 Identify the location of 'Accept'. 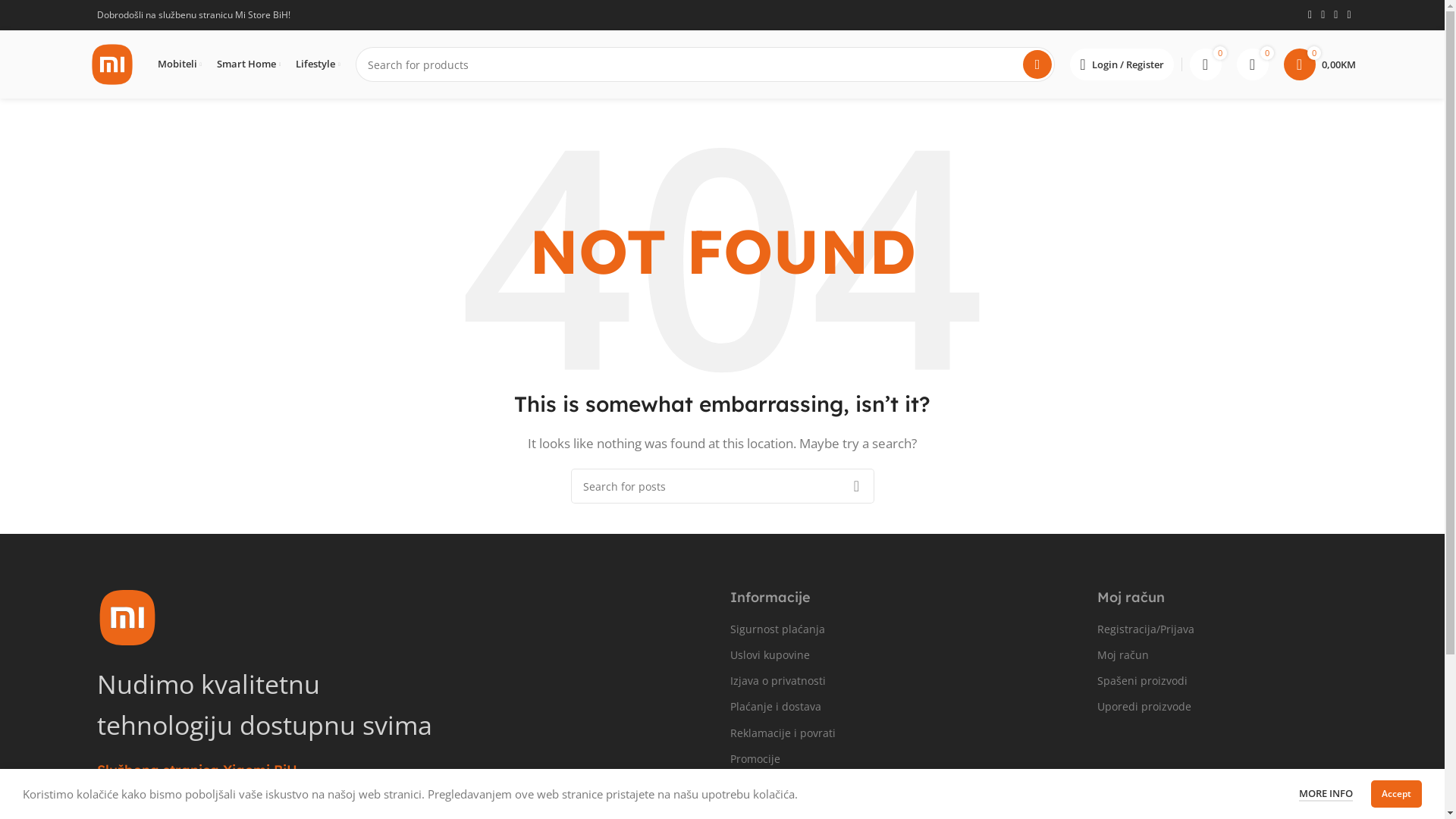
(1395, 792).